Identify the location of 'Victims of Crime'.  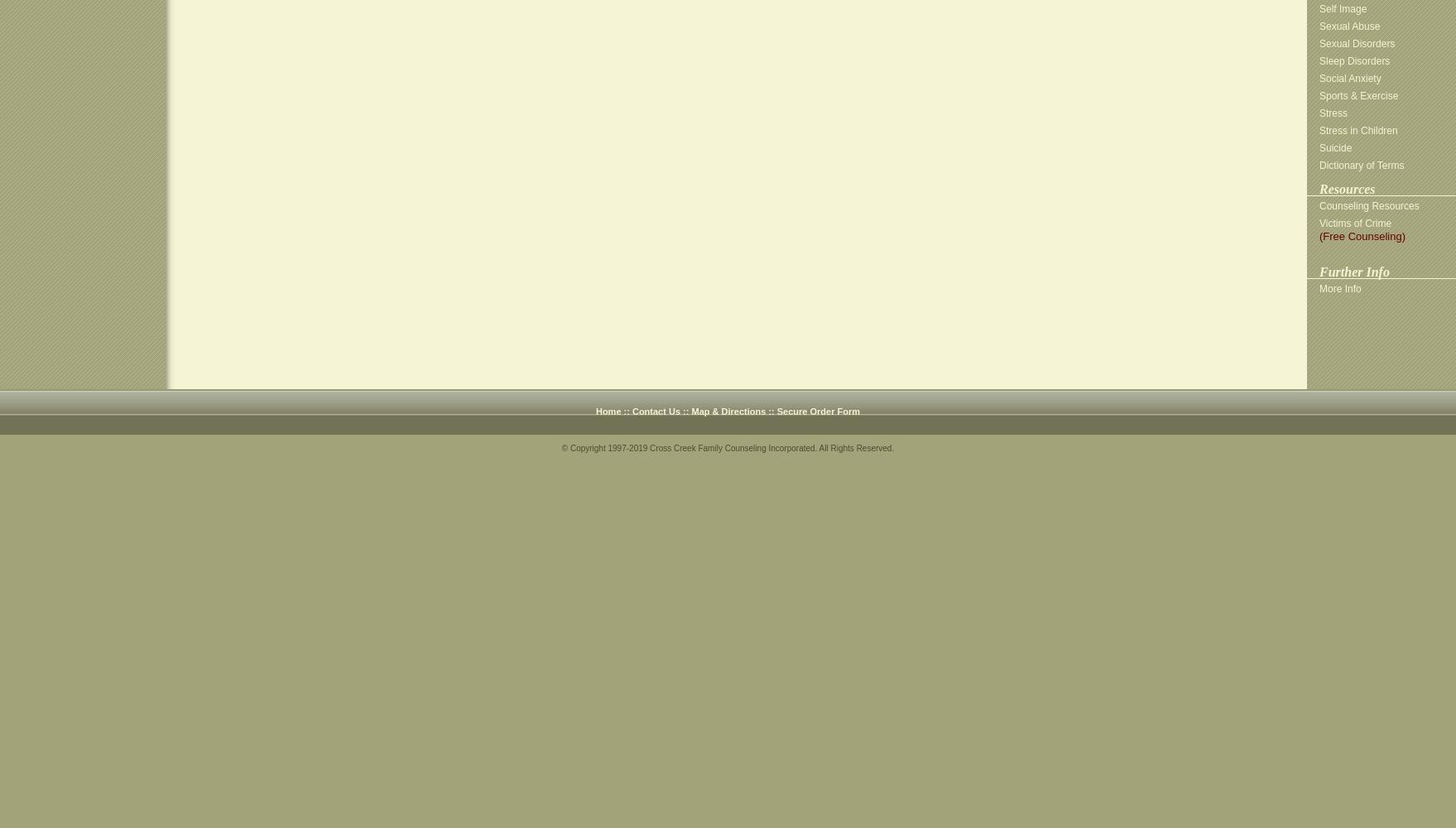
(1354, 224).